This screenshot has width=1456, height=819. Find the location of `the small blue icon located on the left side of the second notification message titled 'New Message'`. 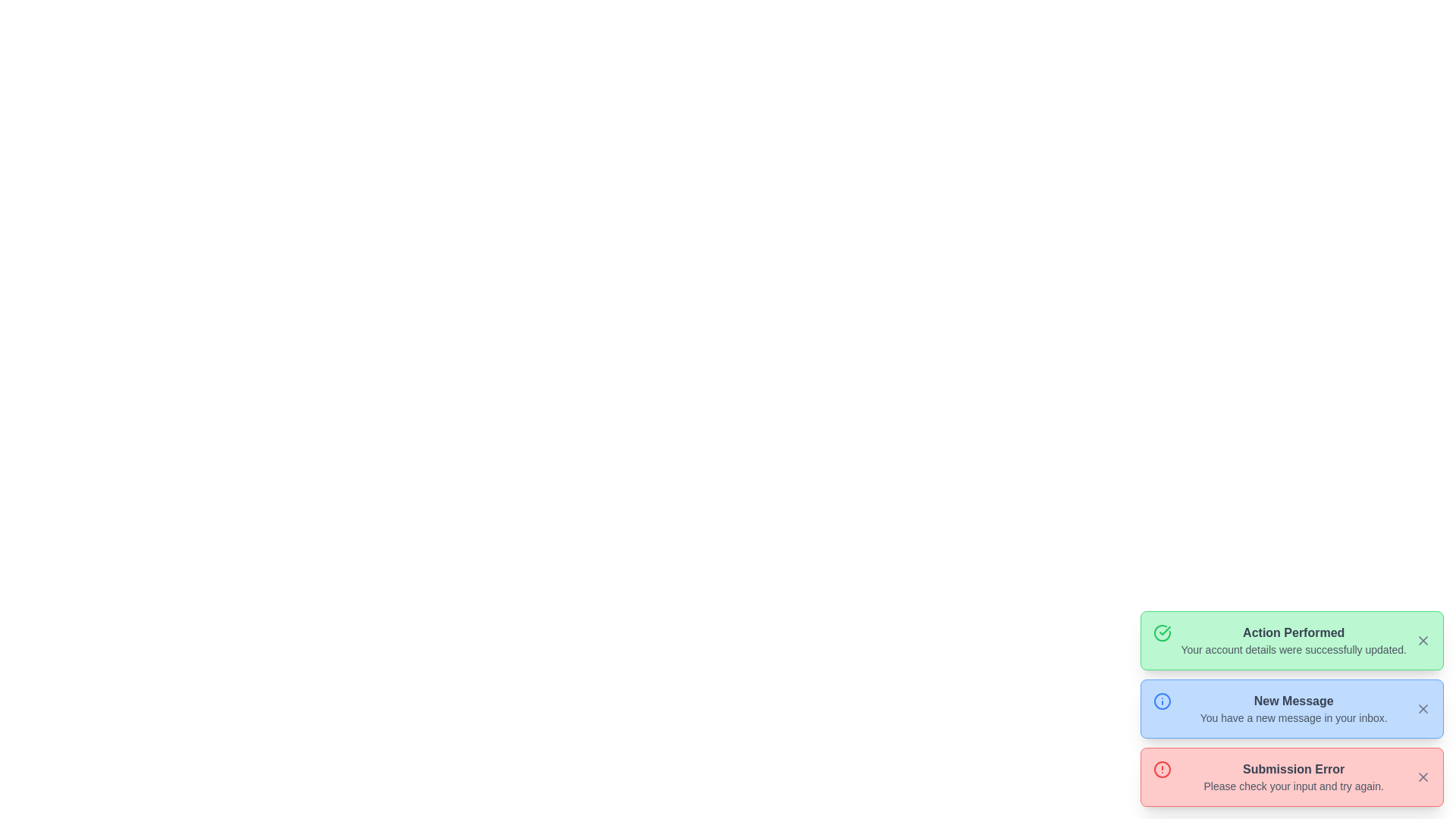

the small blue icon located on the left side of the second notification message titled 'New Message' is located at coordinates (1162, 701).